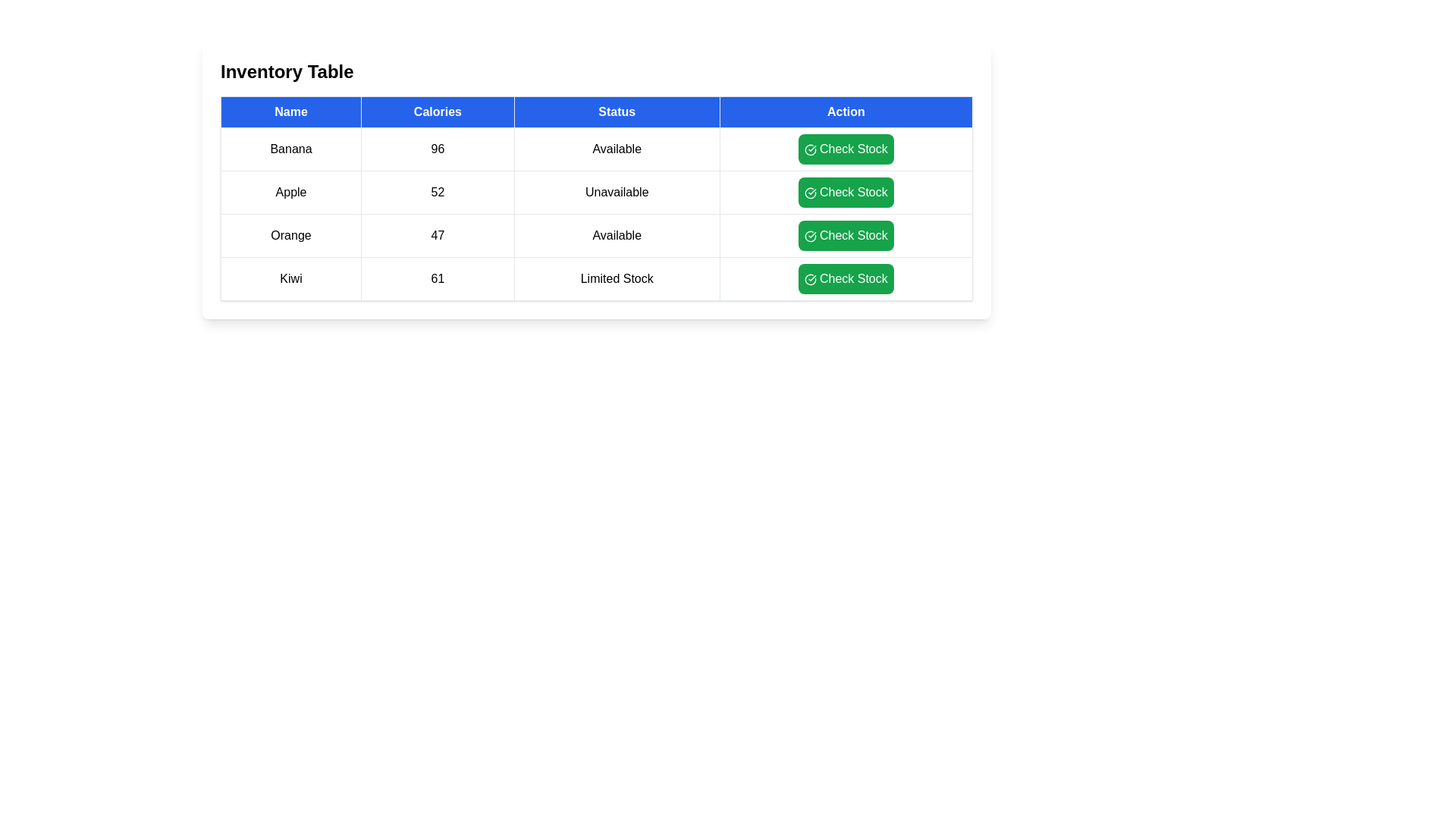 The width and height of the screenshot is (1456, 819). Describe the element at coordinates (291, 236) in the screenshot. I see `the row corresponding to Orange by clicking on it` at that location.